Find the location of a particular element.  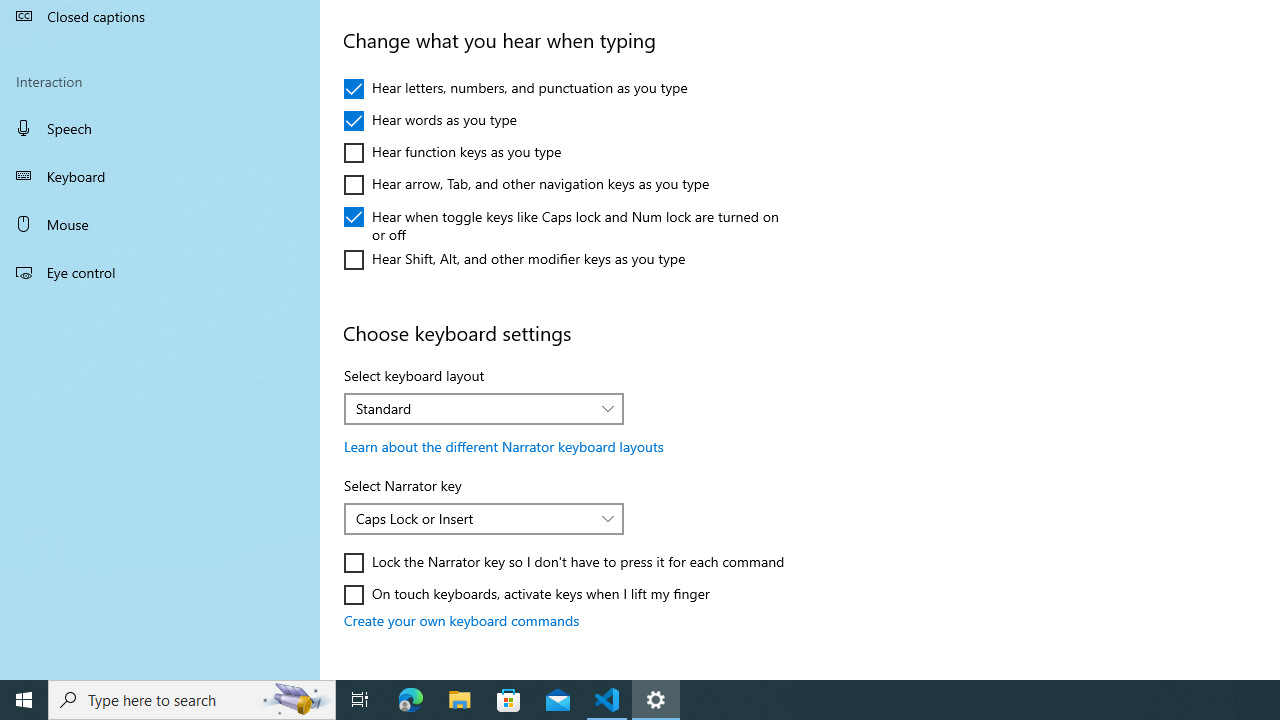

'Learn about the different Narrator keyboard layouts' is located at coordinates (504, 445).